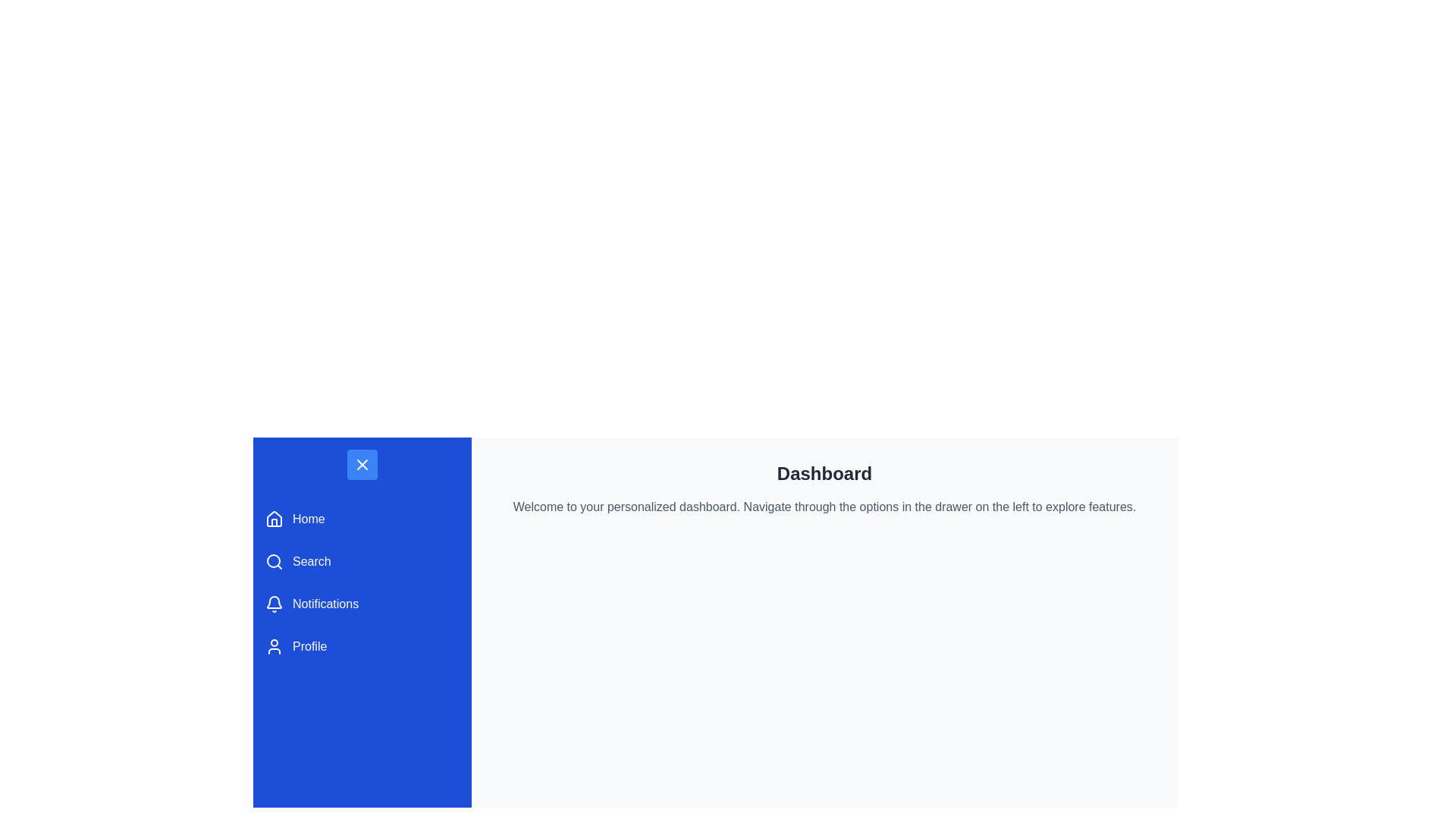 The image size is (1456, 819). Describe the element at coordinates (362, 646) in the screenshot. I see `the 'Profile' button in the left sidebar` at that location.